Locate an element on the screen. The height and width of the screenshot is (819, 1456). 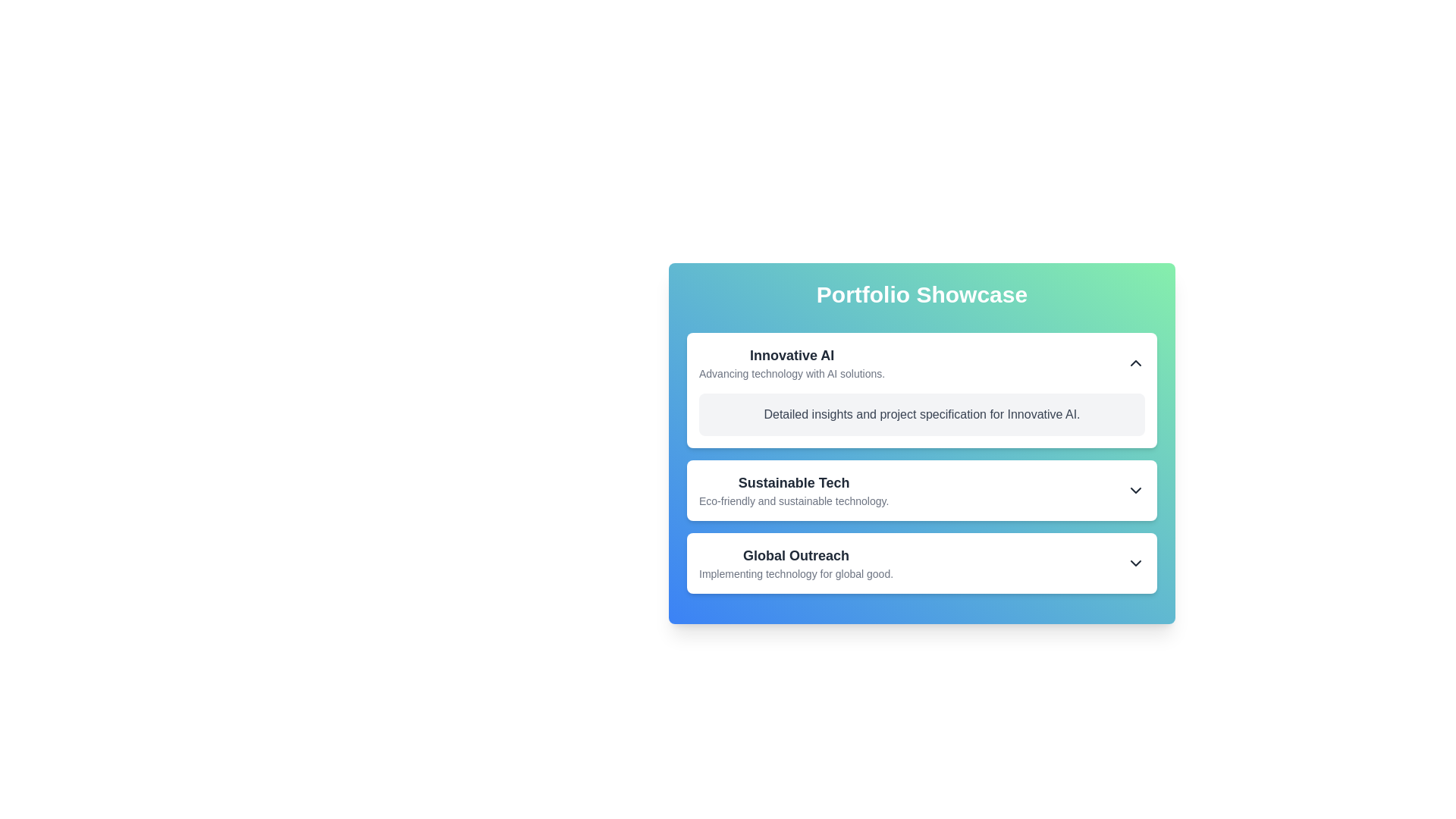
the static text label providing additional information about 'Sustainable Tech', located directly below the header text in the 'Portfolio Showcase' card interface is located at coordinates (793, 500).